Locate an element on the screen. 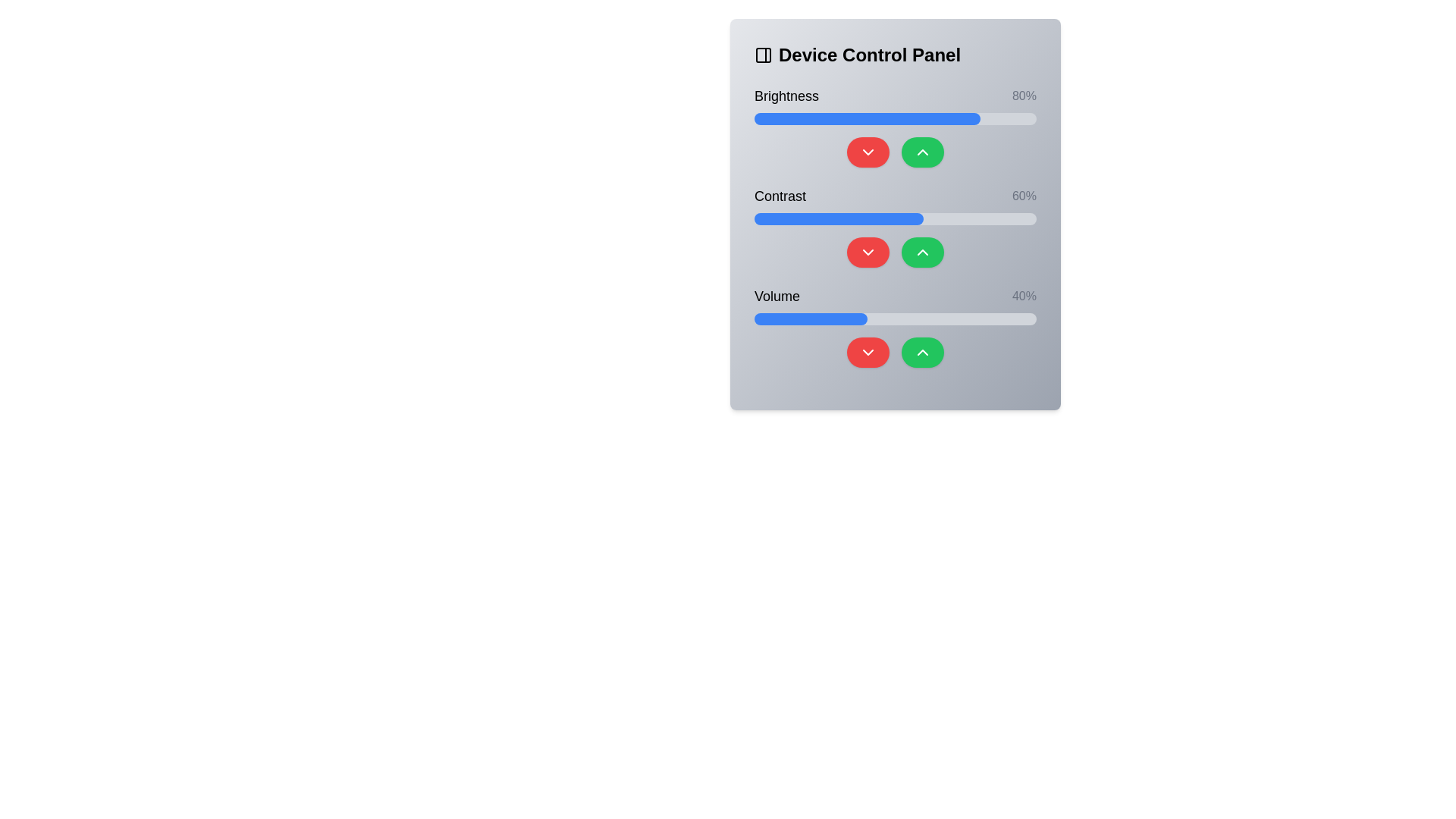 This screenshot has width=1456, height=819. the contrast is located at coordinates (977, 219).